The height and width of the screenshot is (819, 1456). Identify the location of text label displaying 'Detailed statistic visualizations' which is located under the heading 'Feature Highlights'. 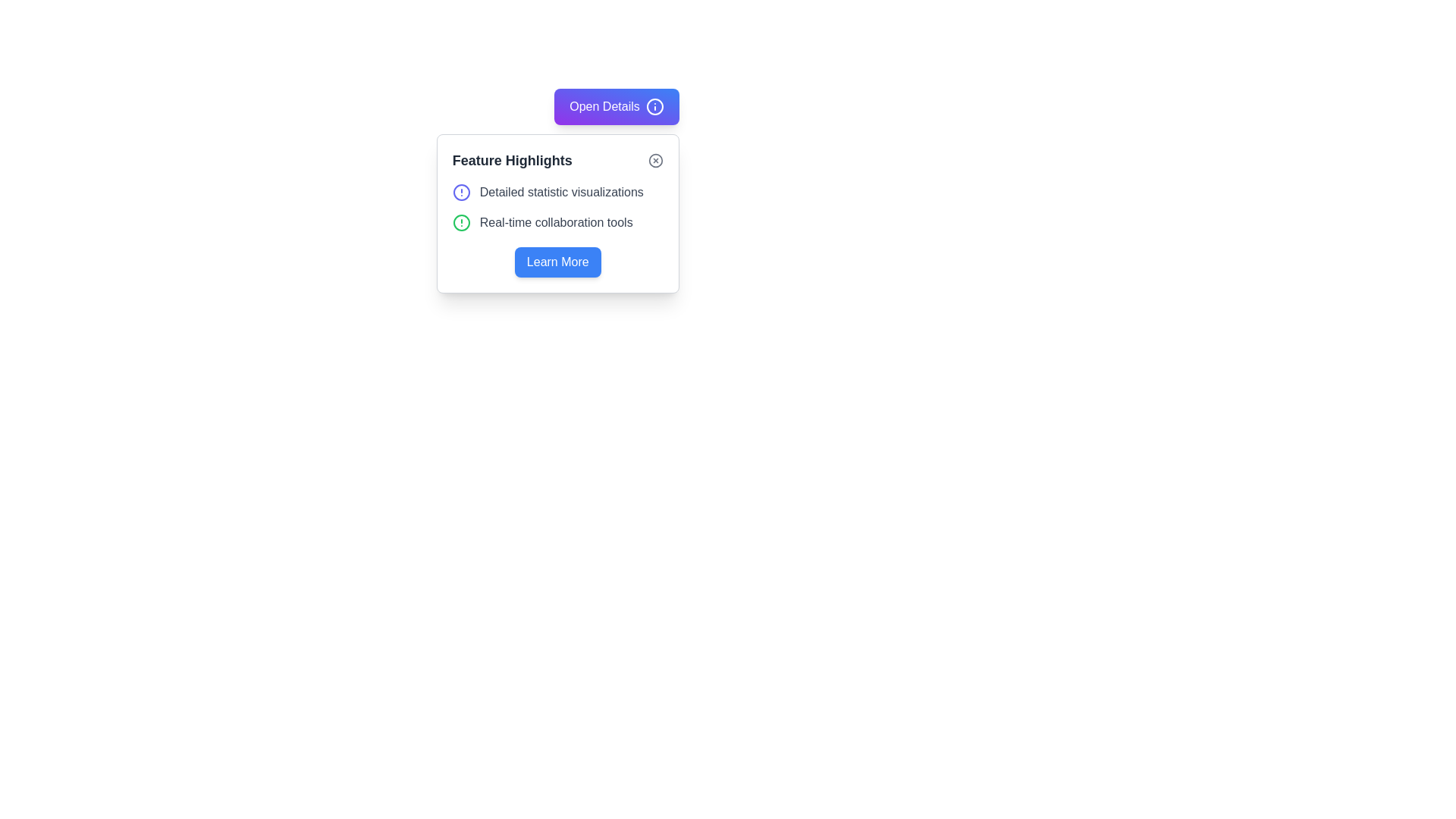
(560, 192).